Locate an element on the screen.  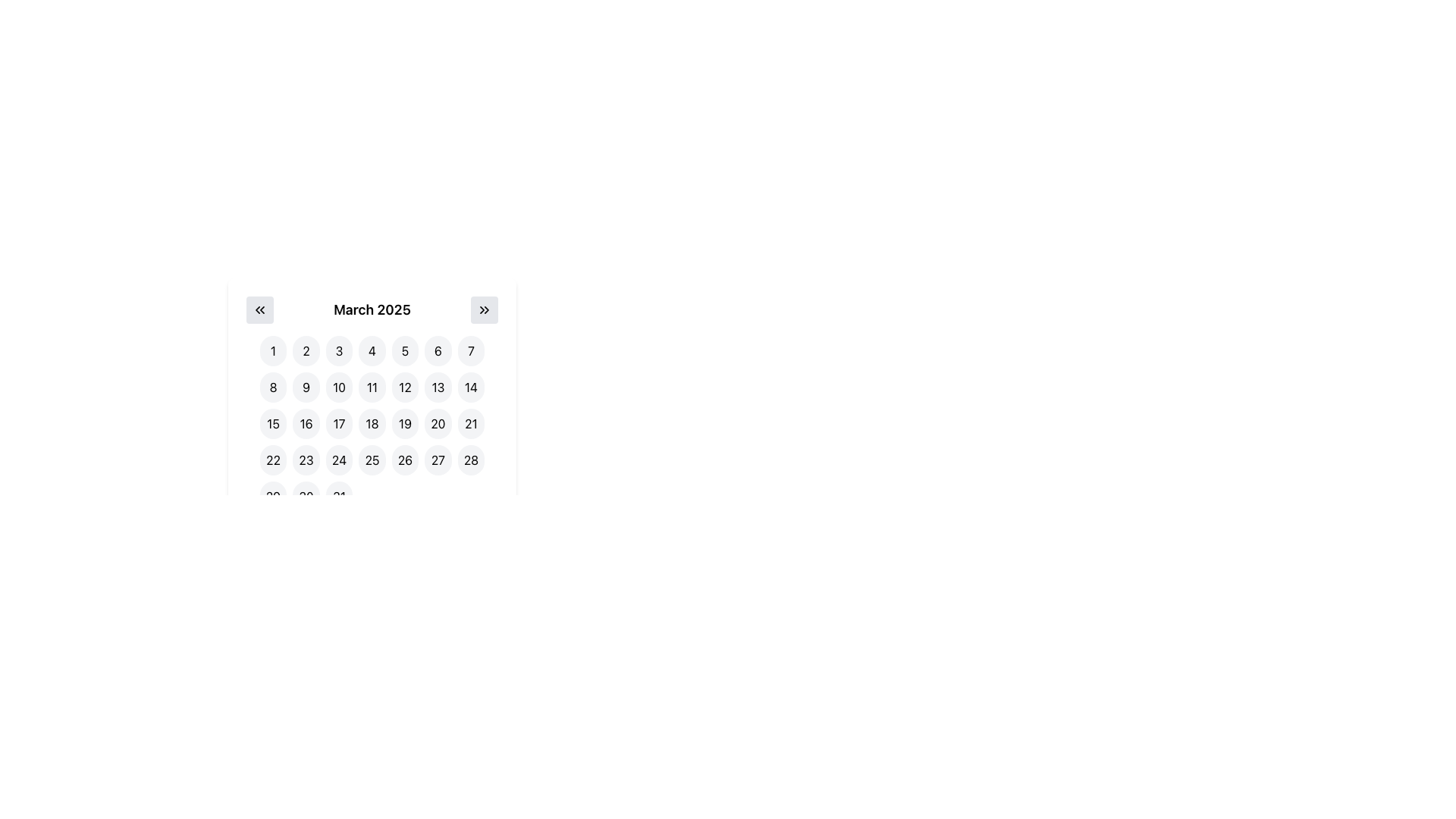
the calendar date button located at the top-left corner of the grid layout is located at coordinates (273, 350).